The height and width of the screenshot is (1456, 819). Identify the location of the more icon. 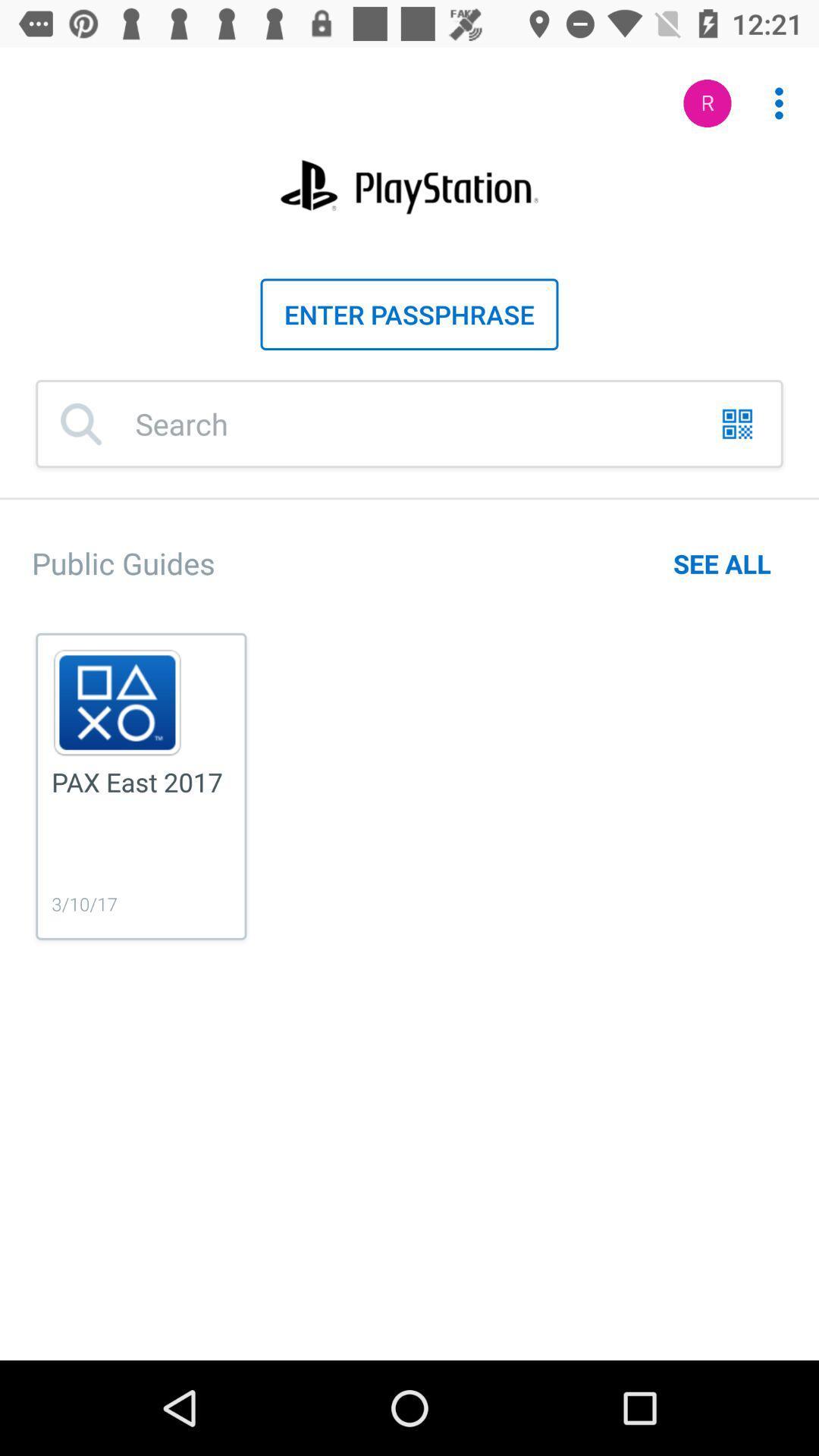
(779, 102).